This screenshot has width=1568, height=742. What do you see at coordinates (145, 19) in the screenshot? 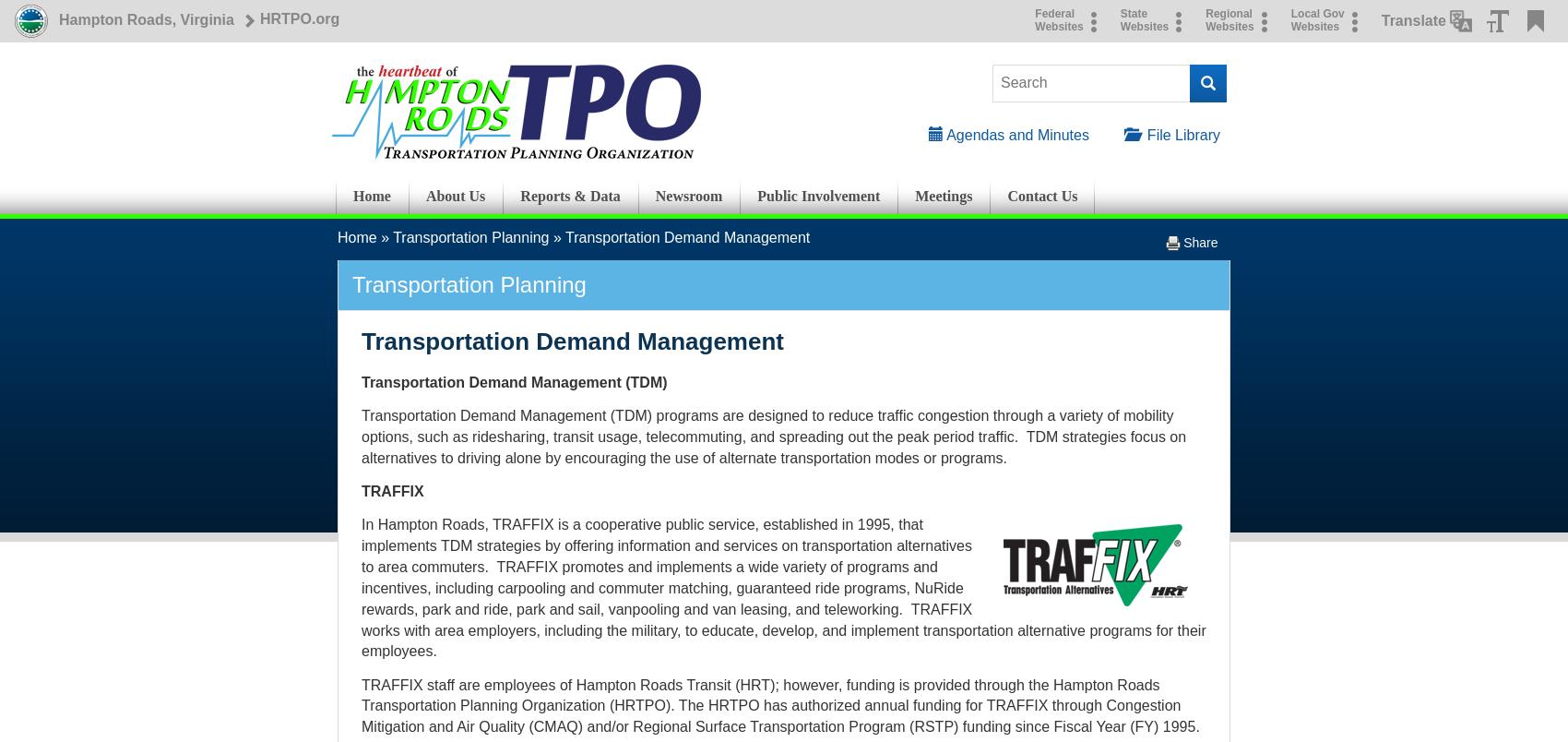
I see `'Hampton Roads, Virginia'` at bounding box center [145, 19].